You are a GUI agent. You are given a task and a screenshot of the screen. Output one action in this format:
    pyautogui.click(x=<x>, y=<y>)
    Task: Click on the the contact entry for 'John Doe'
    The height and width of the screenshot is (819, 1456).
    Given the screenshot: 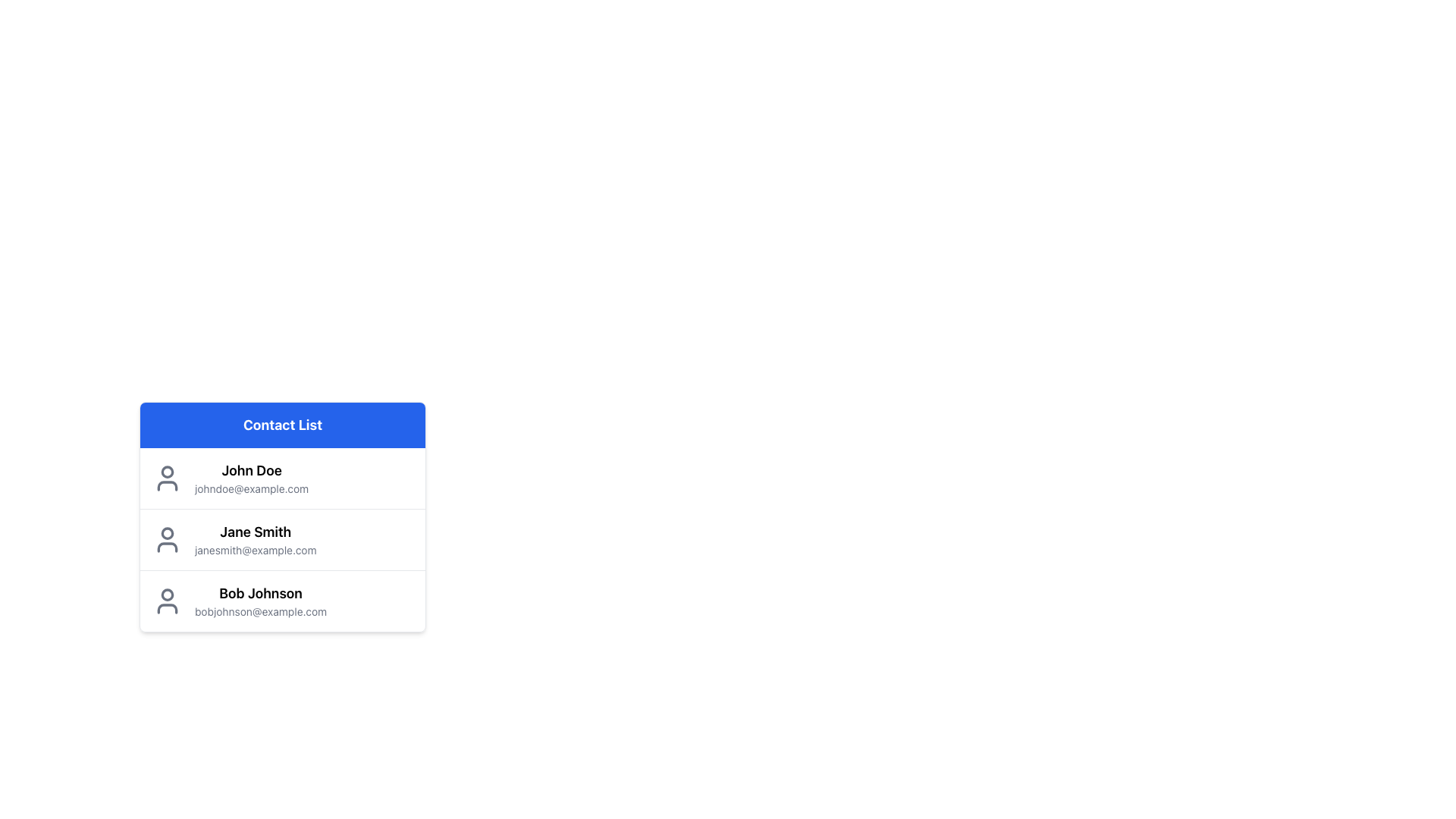 What is the action you would take?
    pyautogui.click(x=283, y=479)
    